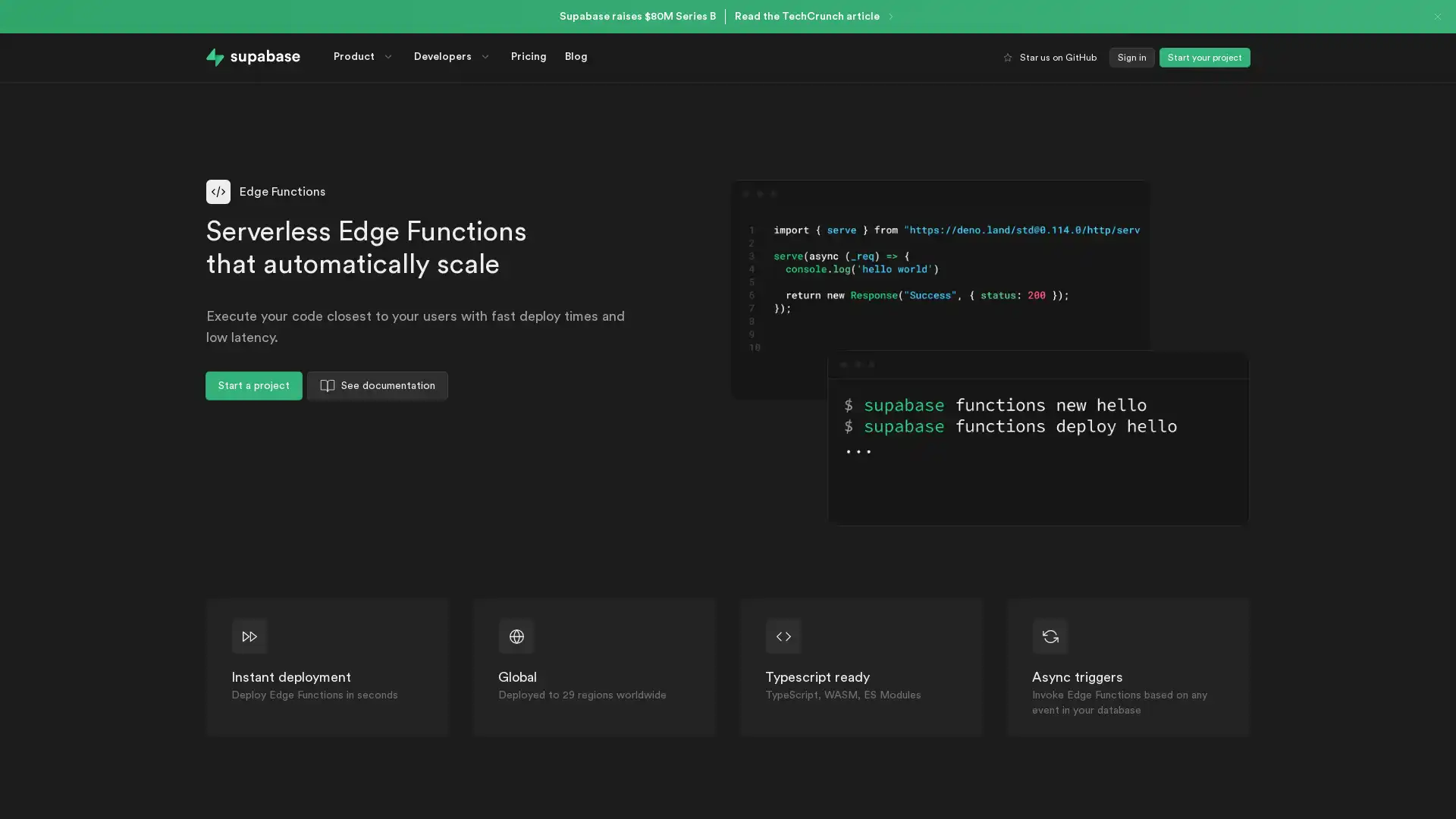  I want to click on Start a project, so click(254, 385).